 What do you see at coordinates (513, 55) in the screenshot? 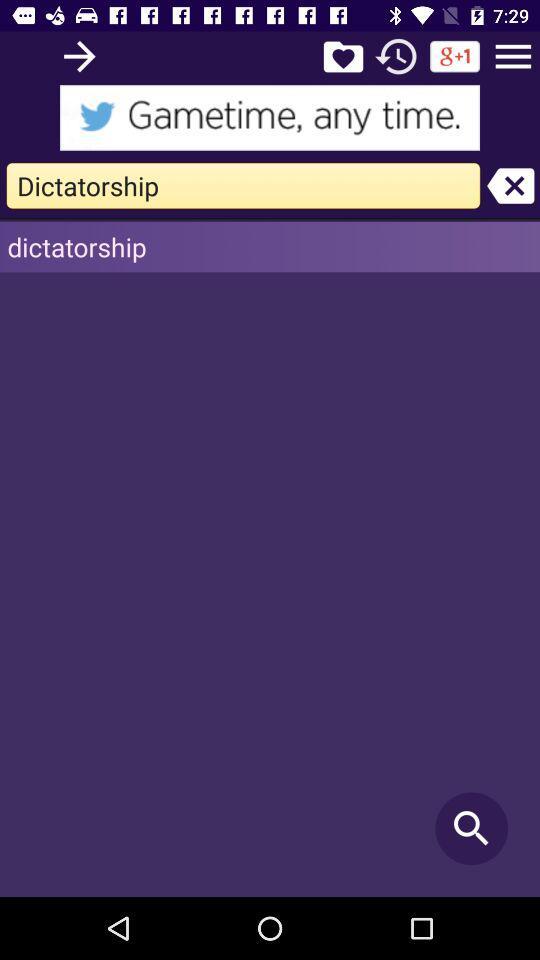
I see `the menu icon` at bounding box center [513, 55].